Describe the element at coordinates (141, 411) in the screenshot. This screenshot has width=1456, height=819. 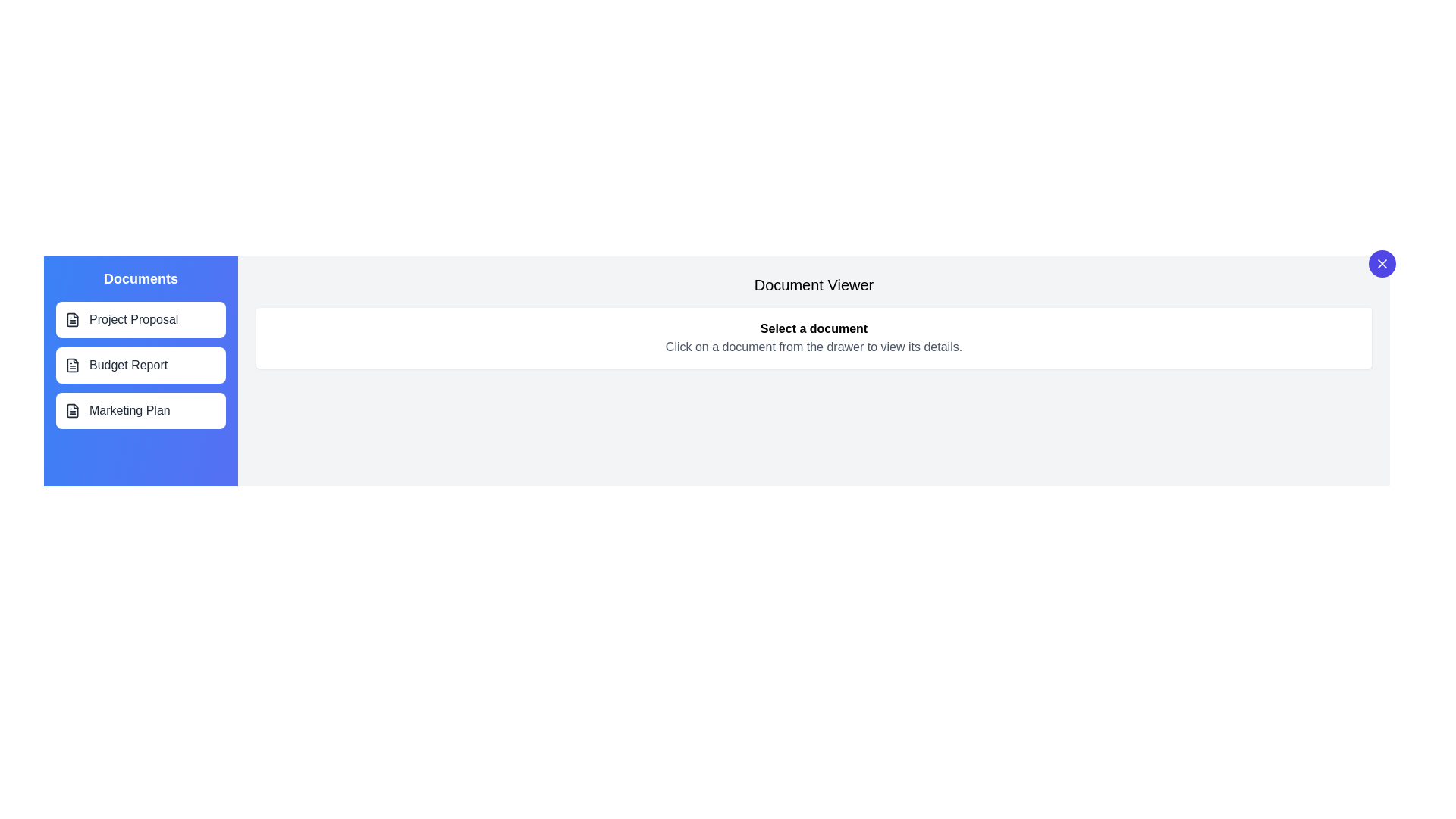
I see `the document item labeled Marketing Plan to preview its interactivity` at that location.